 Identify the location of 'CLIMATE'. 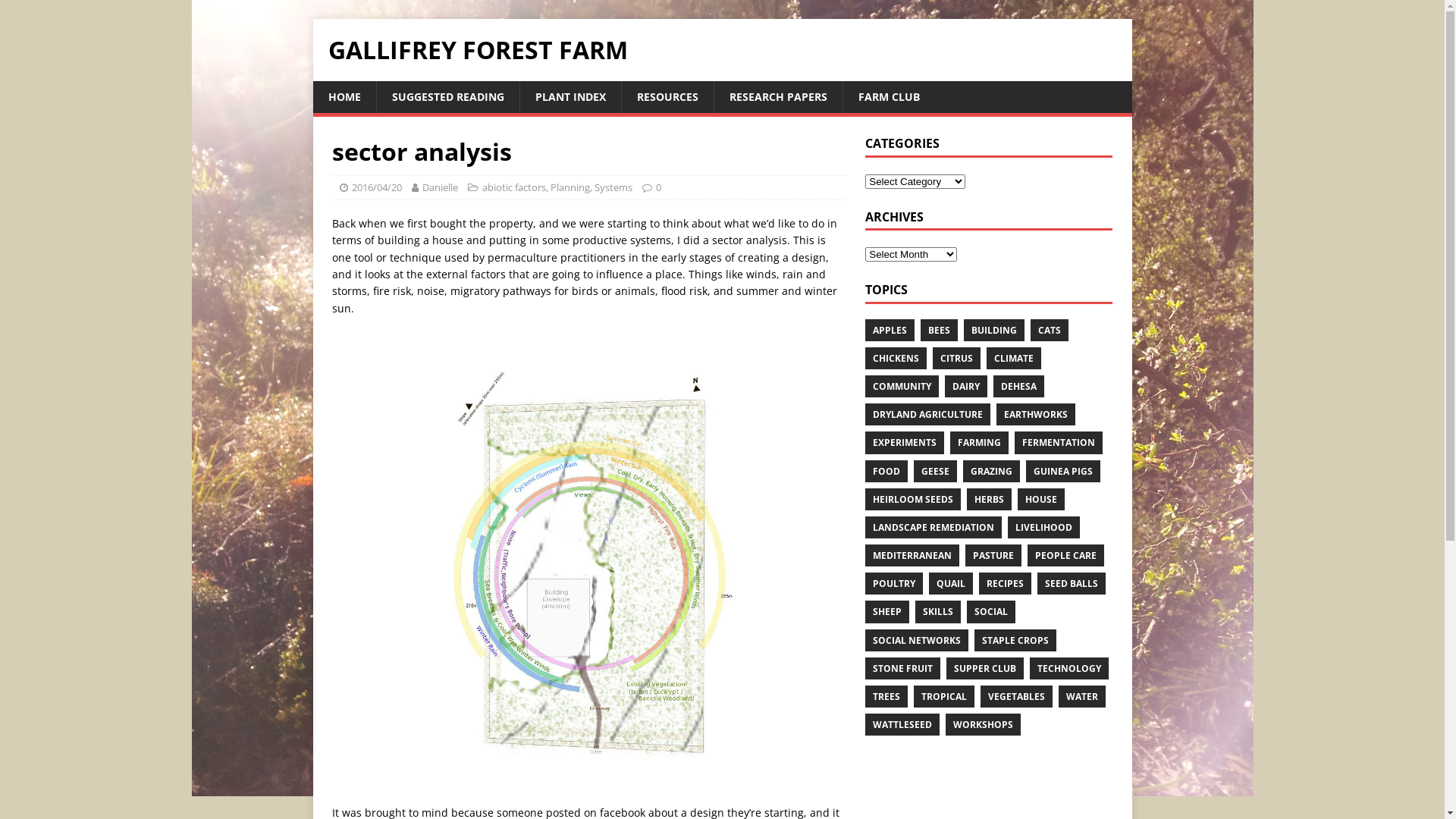
(986, 358).